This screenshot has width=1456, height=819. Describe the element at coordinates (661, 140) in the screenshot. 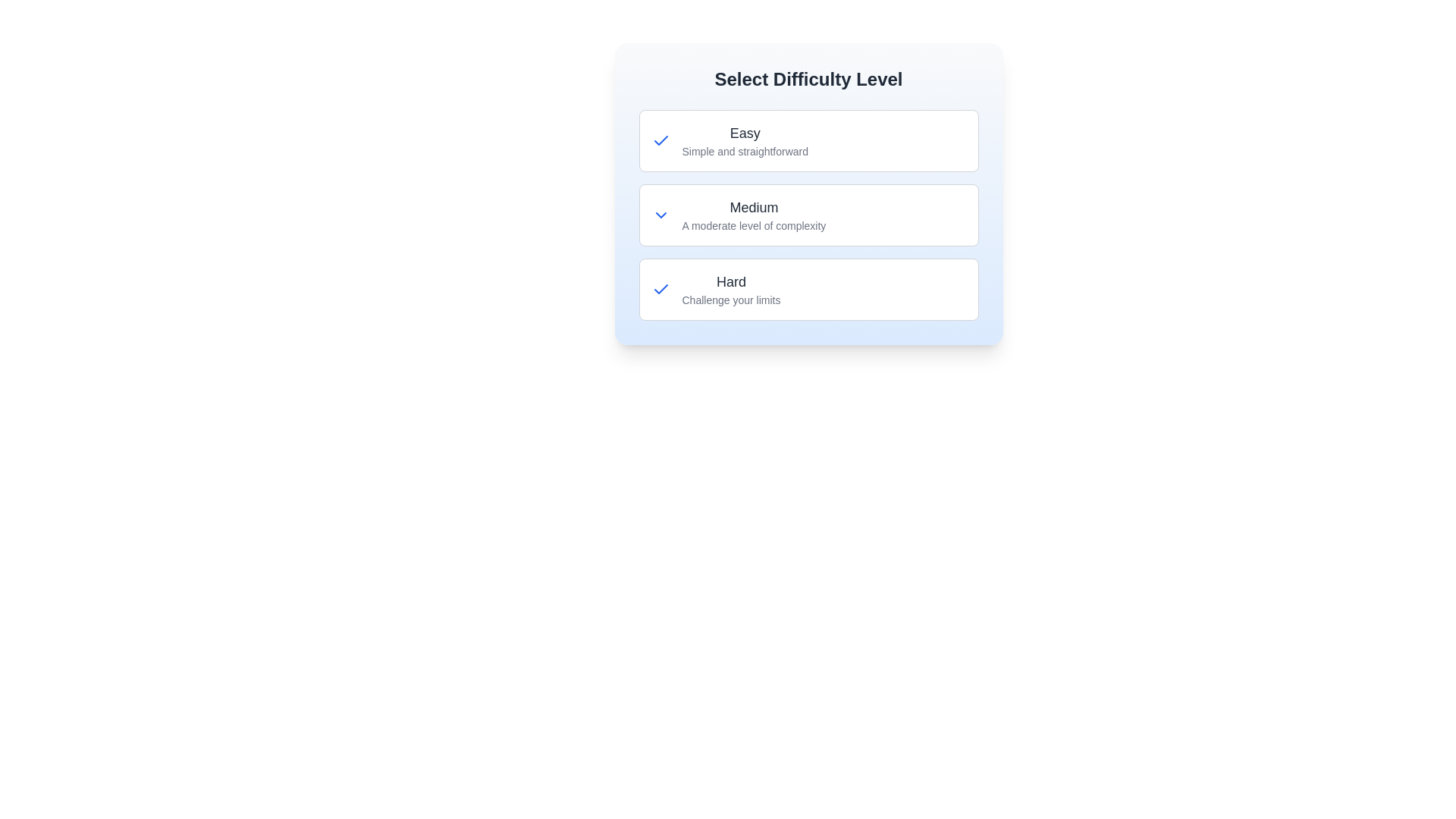

I see `the selection indicator icon for the 'Easy' option in the difficulty selection card, which signifies that this option is currently selected` at that location.